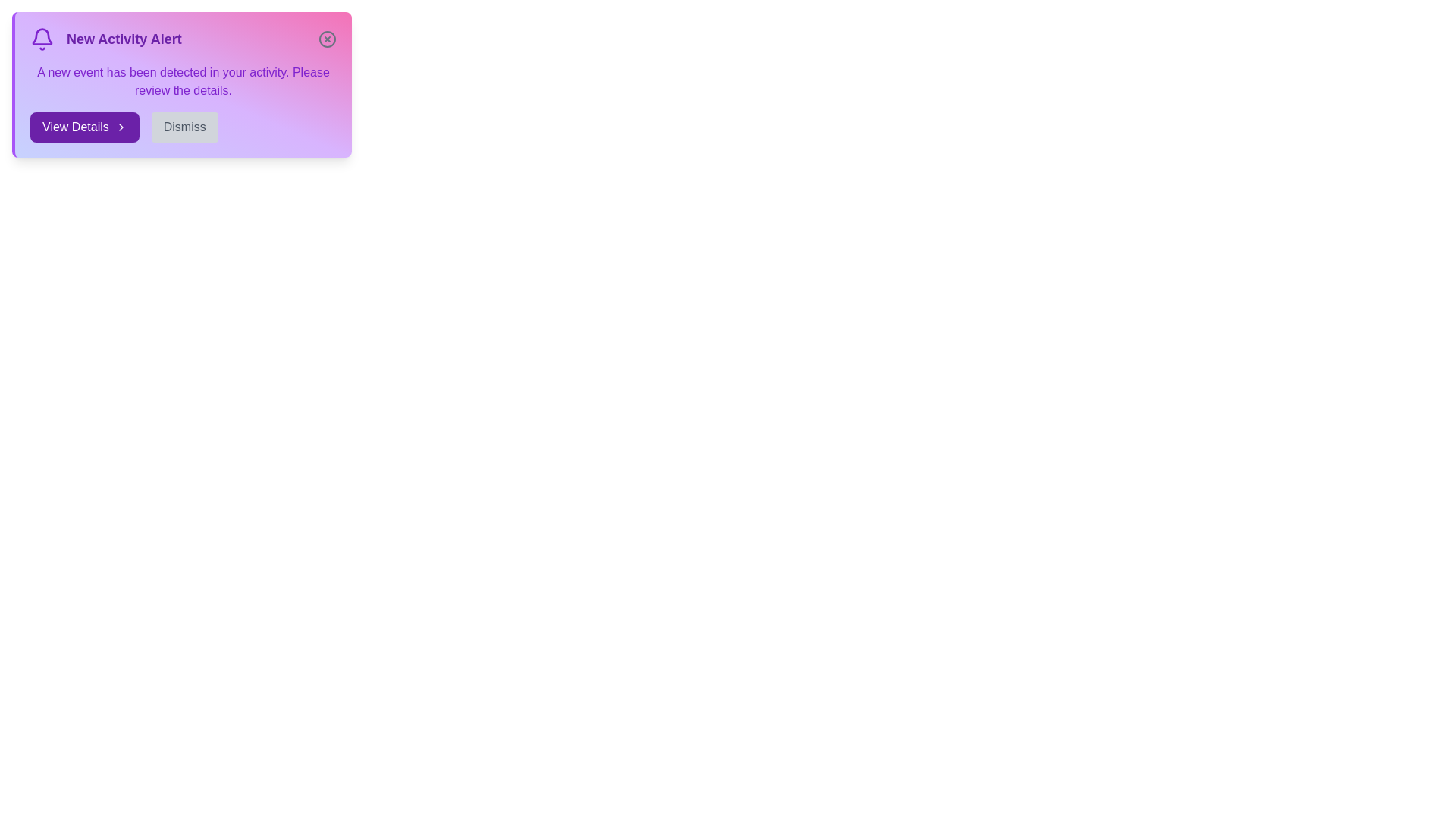 The height and width of the screenshot is (819, 1456). What do you see at coordinates (327, 38) in the screenshot?
I see `the close button to dismiss the alert` at bounding box center [327, 38].